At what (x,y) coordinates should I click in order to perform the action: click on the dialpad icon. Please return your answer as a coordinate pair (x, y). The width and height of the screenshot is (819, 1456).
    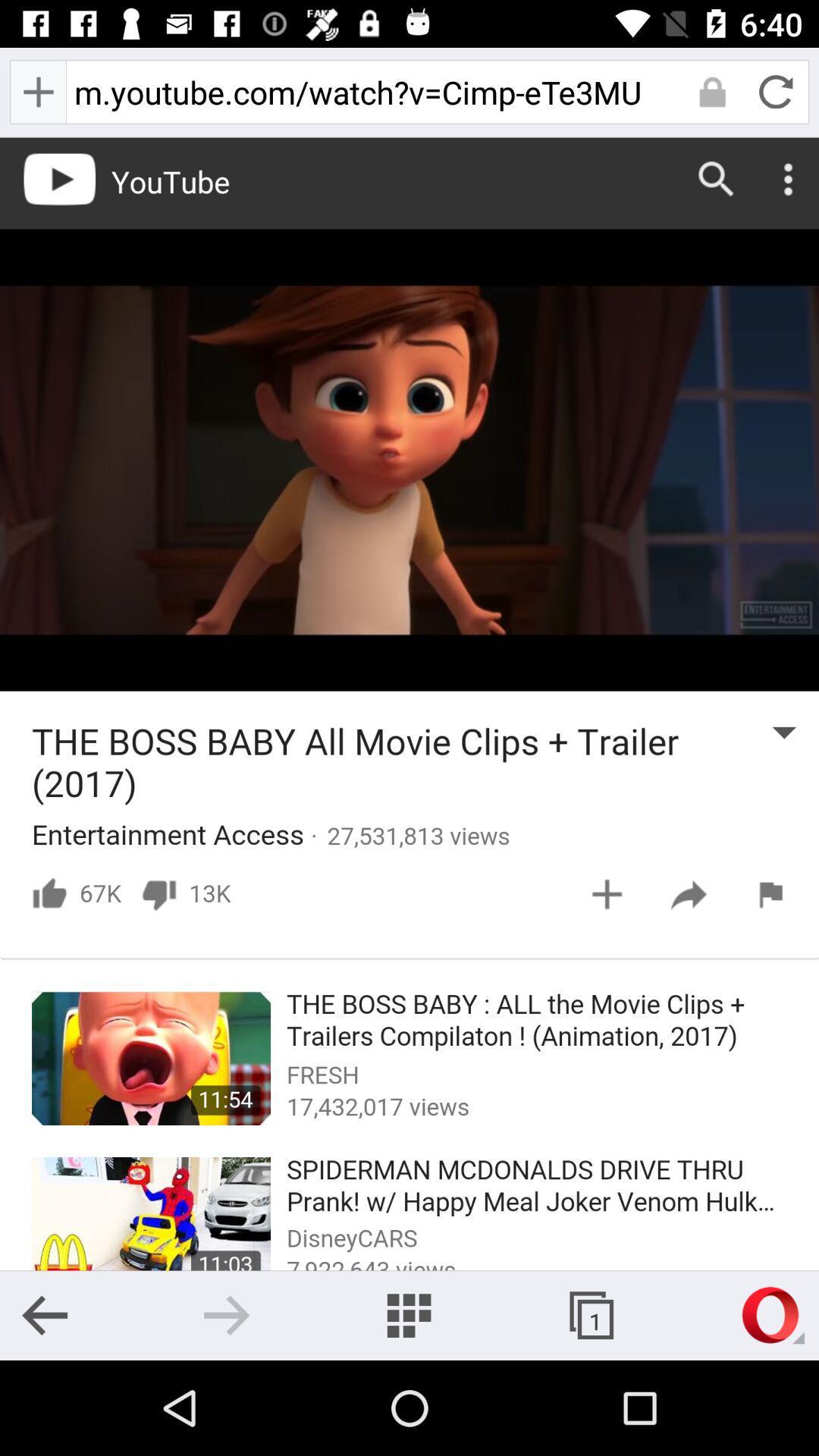
    Looking at the image, I should click on (408, 1314).